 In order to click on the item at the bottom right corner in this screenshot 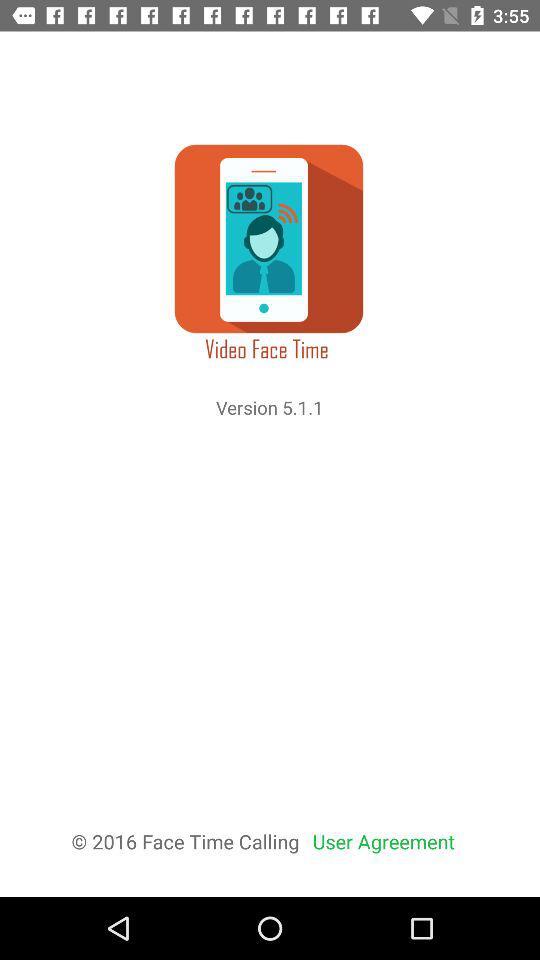, I will do `click(383, 840)`.